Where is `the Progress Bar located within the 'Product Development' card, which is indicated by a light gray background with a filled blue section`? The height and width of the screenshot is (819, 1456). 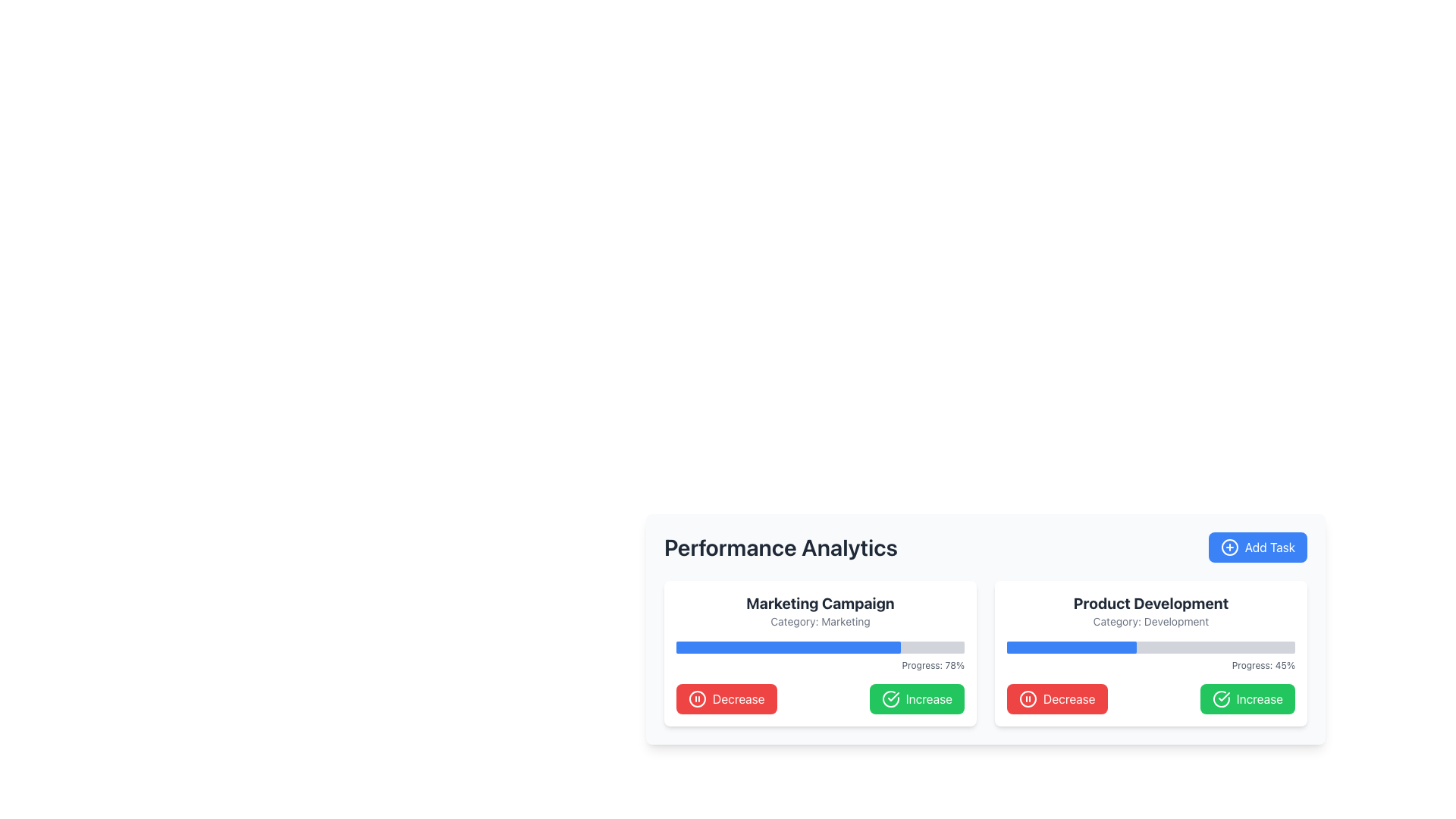 the Progress Bar located within the 'Product Development' card, which is indicated by a light gray background with a filled blue section is located at coordinates (1150, 647).